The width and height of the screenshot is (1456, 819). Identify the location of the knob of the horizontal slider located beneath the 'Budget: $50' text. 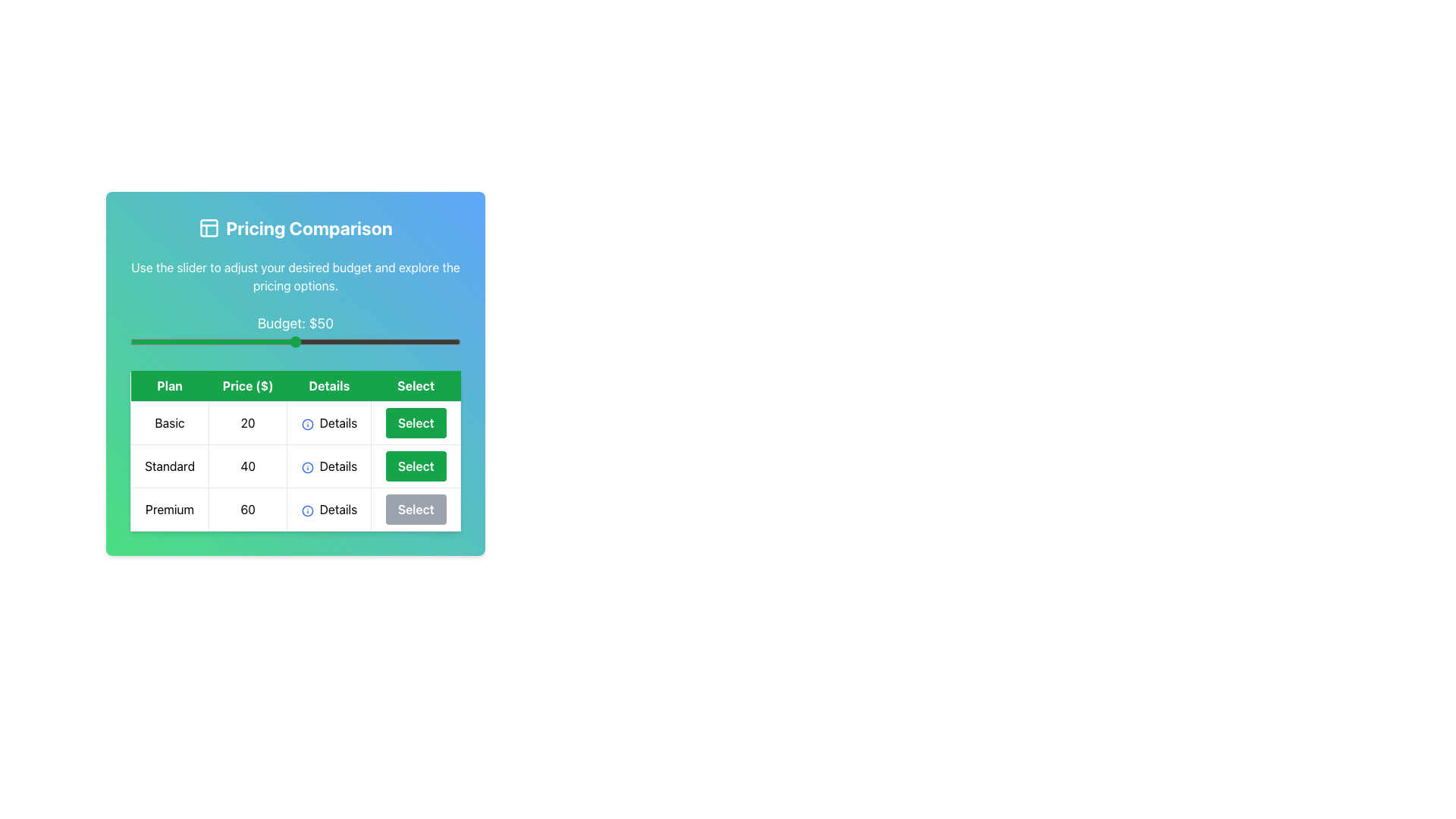
(295, 342).